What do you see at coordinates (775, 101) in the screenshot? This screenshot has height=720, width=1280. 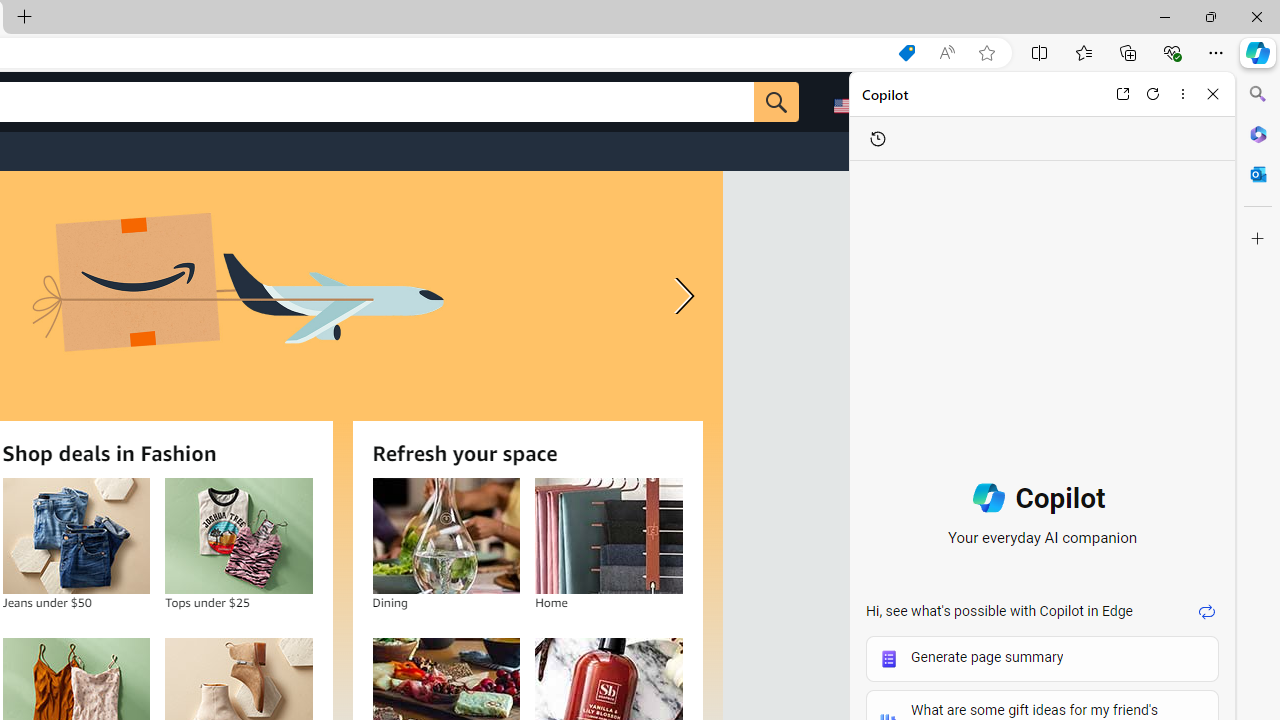 I see `'Go'` at bounding box center [775, 101].